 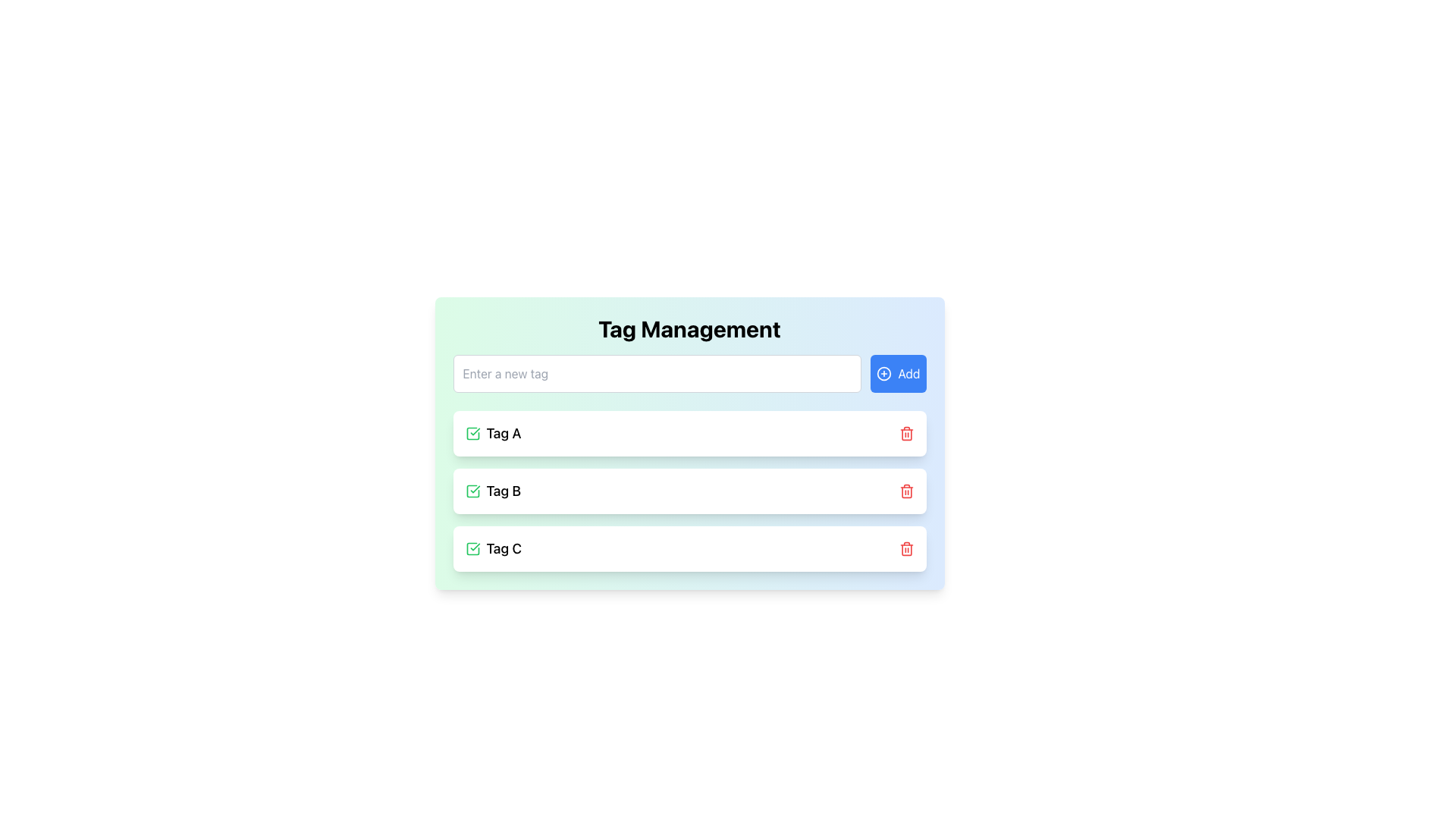 I want to click on the visual indicator of the Checkmark icon associated with 'Tag A', which is located to the left of the text 'Tag A', so click(x=472, y=433).